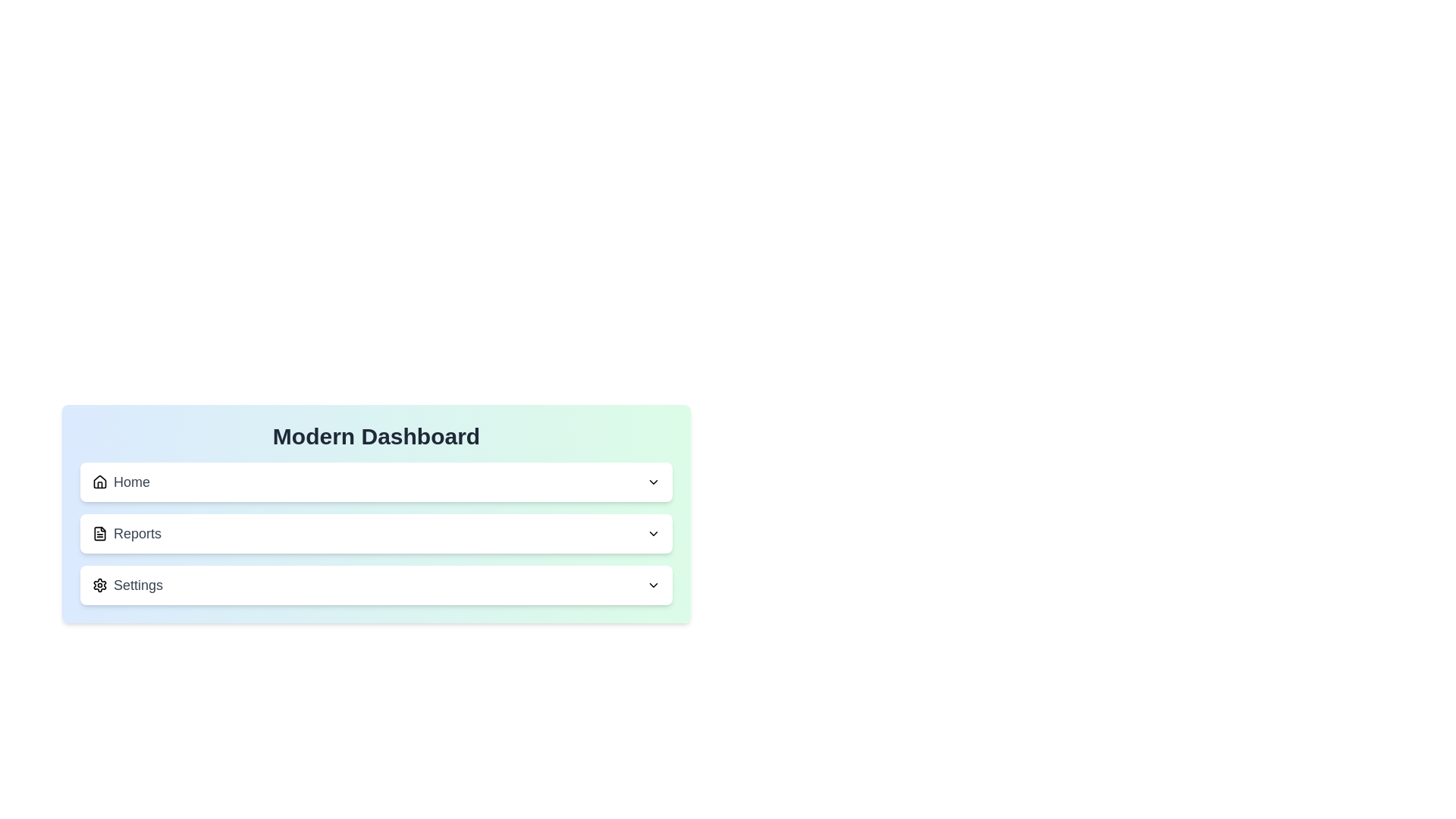  What do you see at coordinates (127, 533) in the screenshot?
I see `the 'Reports' navigation menu item` at bounding box center [127, 533].